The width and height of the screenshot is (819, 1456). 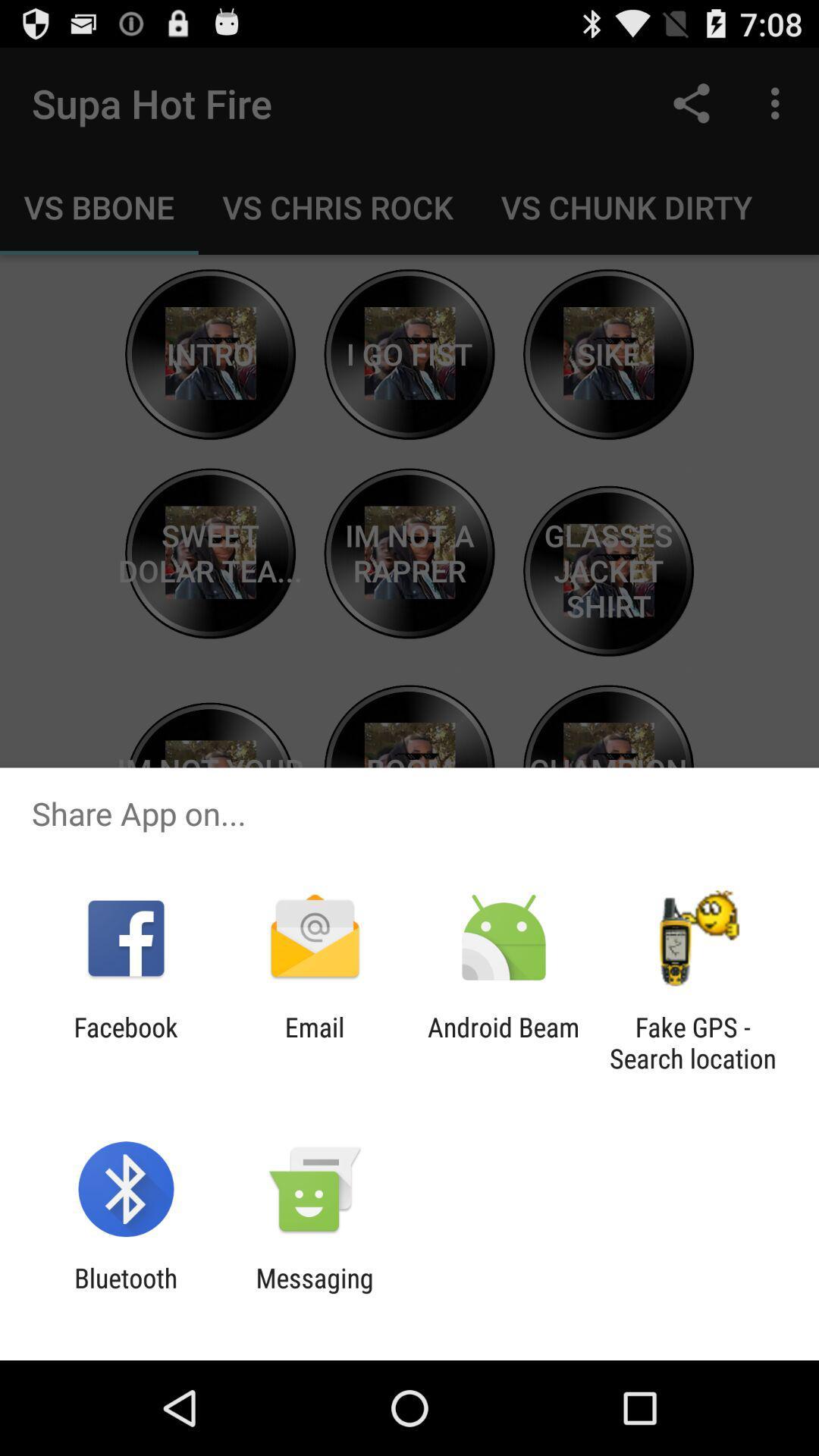 What do you see at coordinates (504, 1042) in the screenshot?
I see `the app next to email app` at bounding box center [504, 1042].